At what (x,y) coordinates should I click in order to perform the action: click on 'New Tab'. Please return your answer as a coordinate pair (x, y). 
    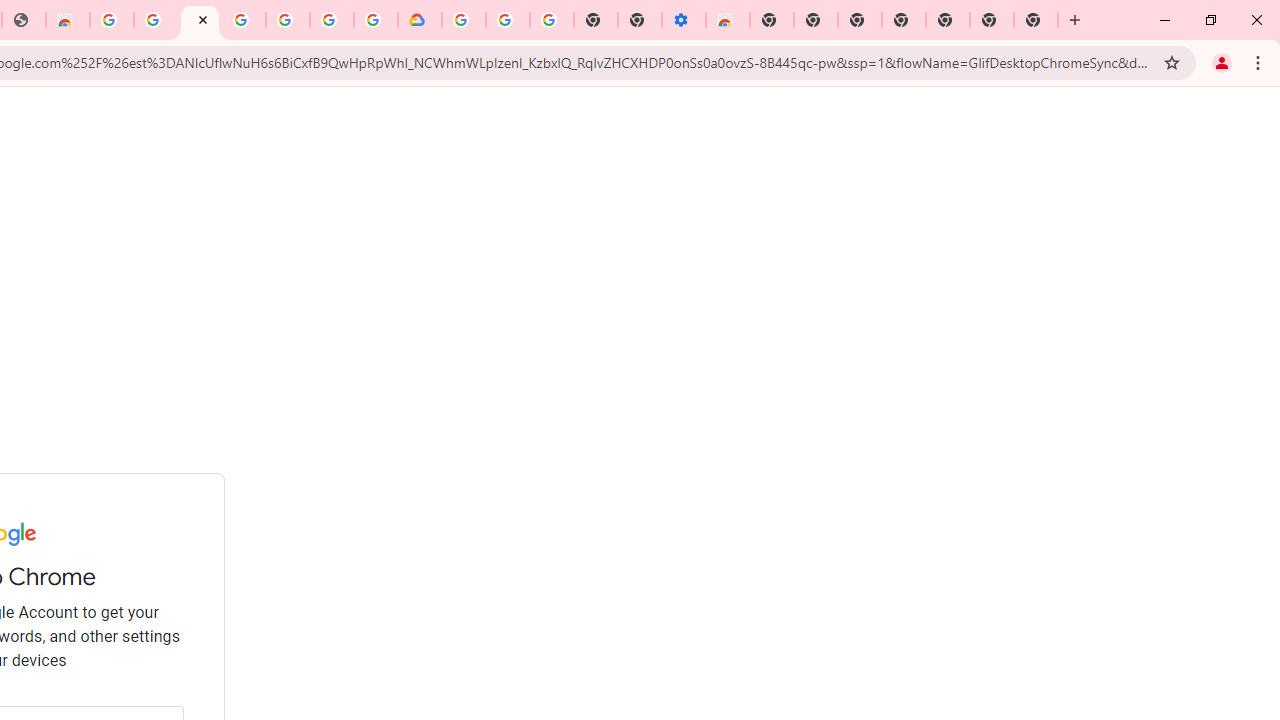
    Looking at the image, I should click on (1036, 20).